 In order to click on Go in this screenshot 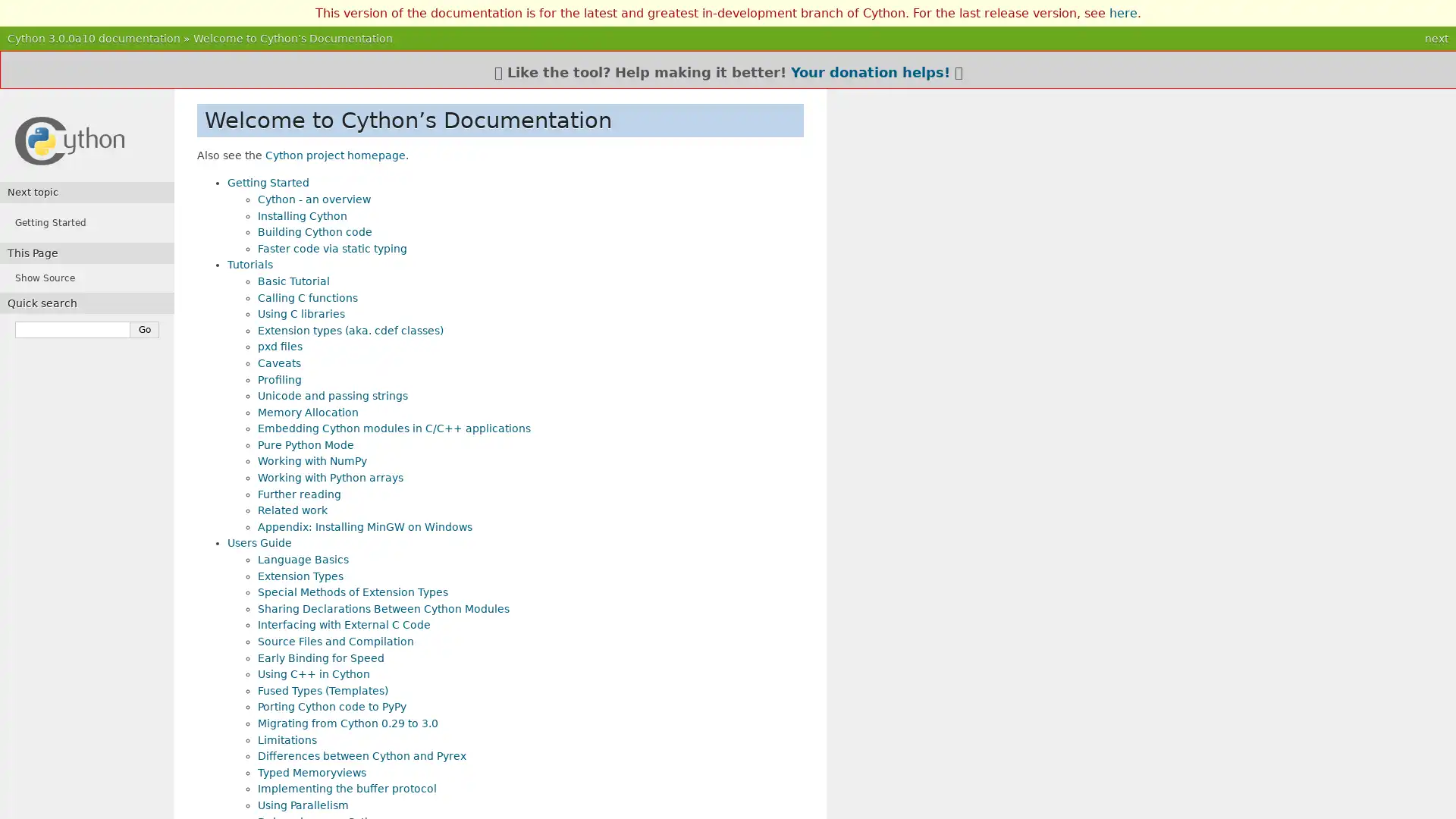, I will do `click(145, 329)`.